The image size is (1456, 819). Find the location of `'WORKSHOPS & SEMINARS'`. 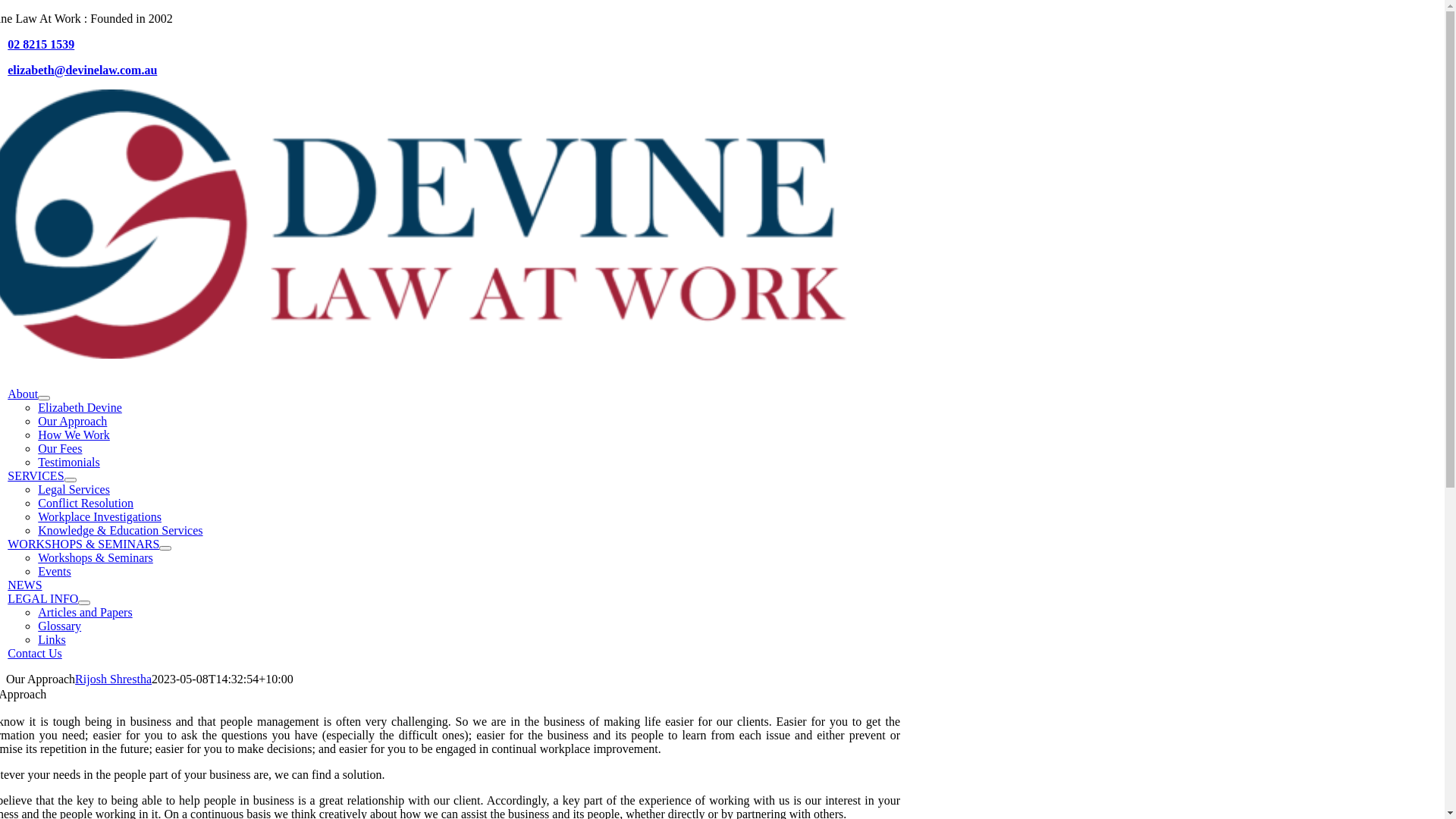

'WORKSHOPS & SEMINARS' is located at coordinates (83, 543).